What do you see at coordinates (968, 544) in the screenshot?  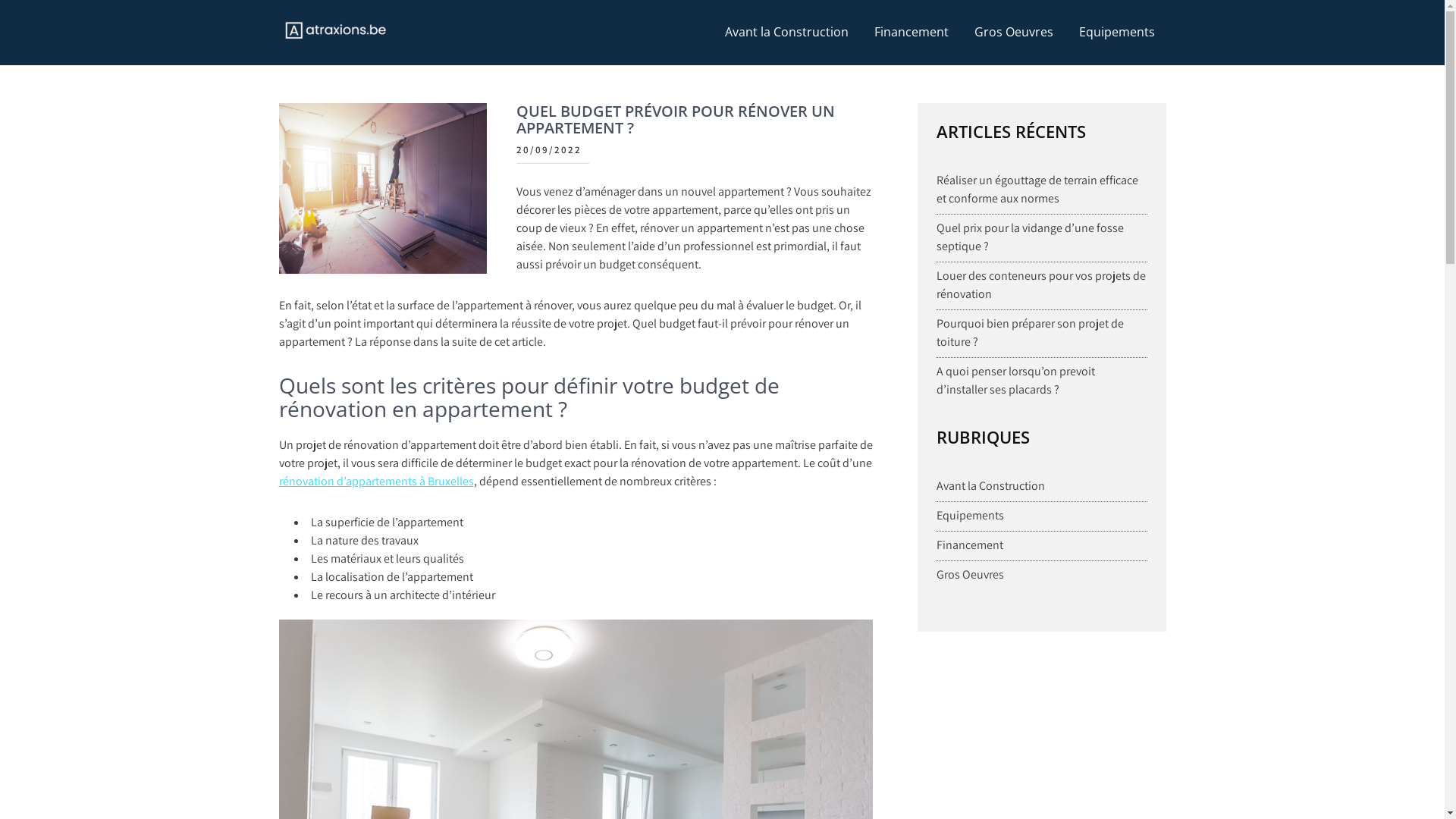 I see `'Financement'` at bounding box center [968, 544].